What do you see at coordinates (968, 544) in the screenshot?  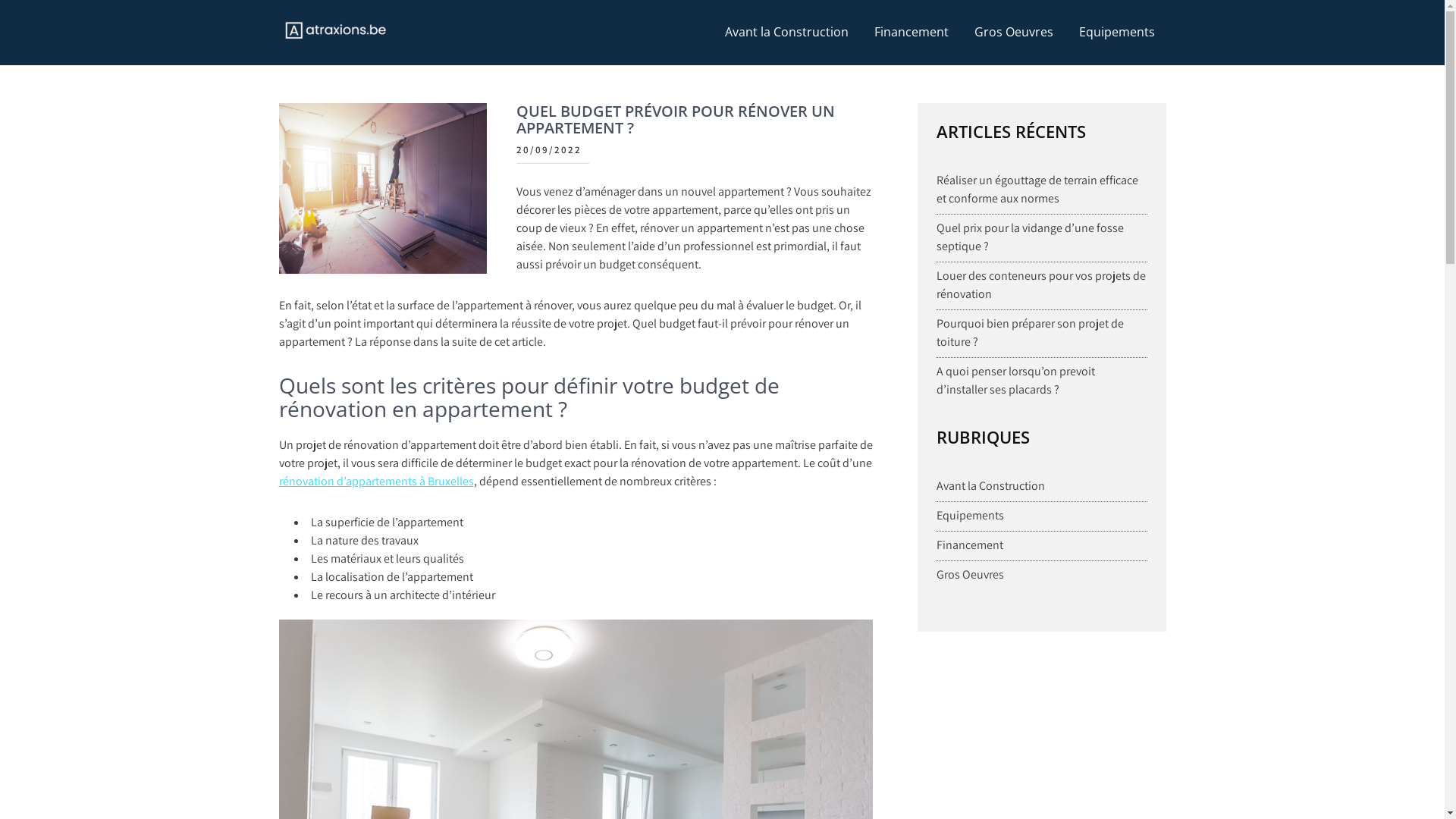 I see `'Financement'` at bounding box center [968, 544].